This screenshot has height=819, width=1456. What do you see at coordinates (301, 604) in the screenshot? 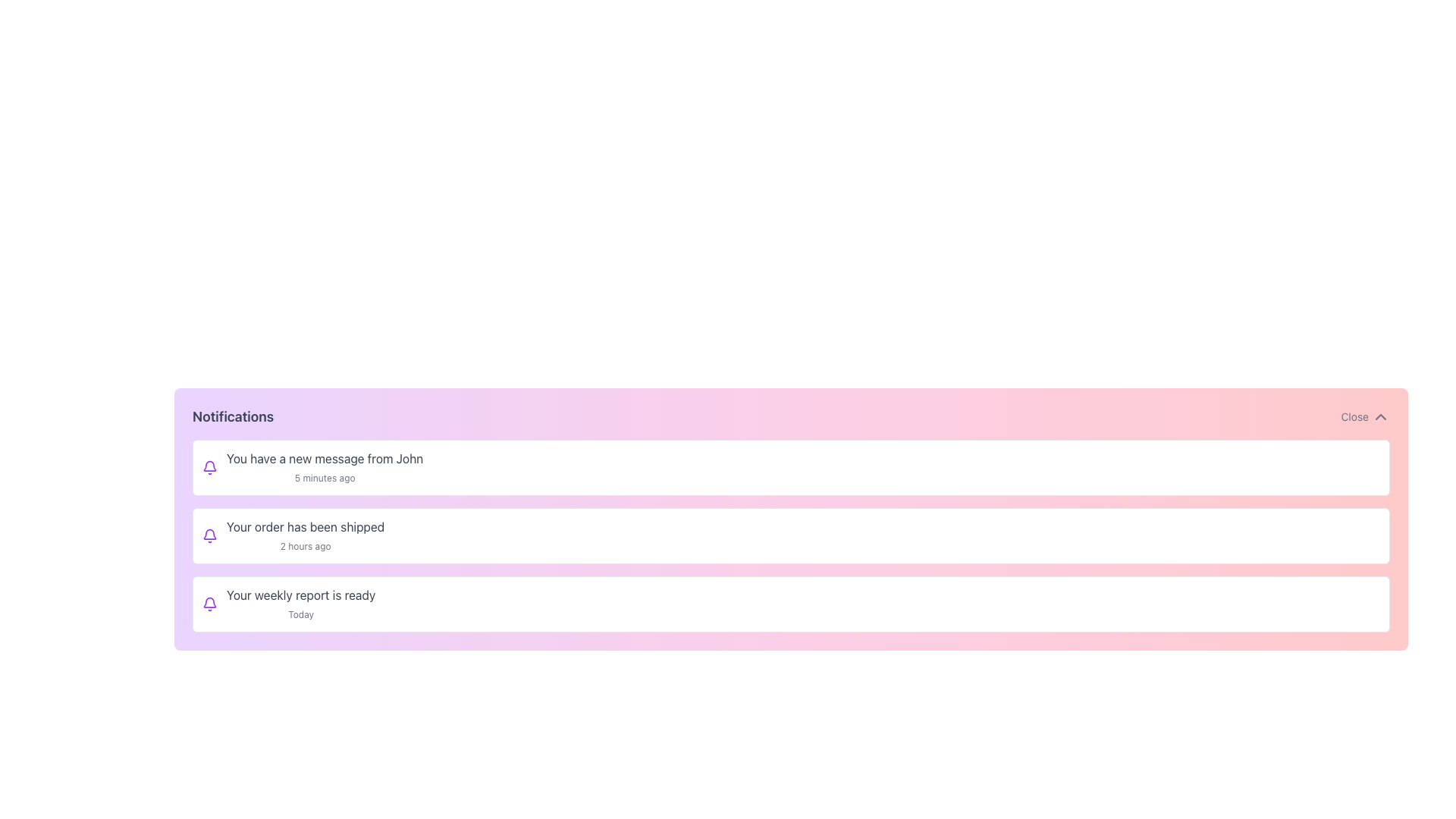
I see `the text block that contains two lines: 'Your weekly report is ready' and 'Today', located in the third notification card under the 'Notifications' heading` at bounding box center [301, 604].